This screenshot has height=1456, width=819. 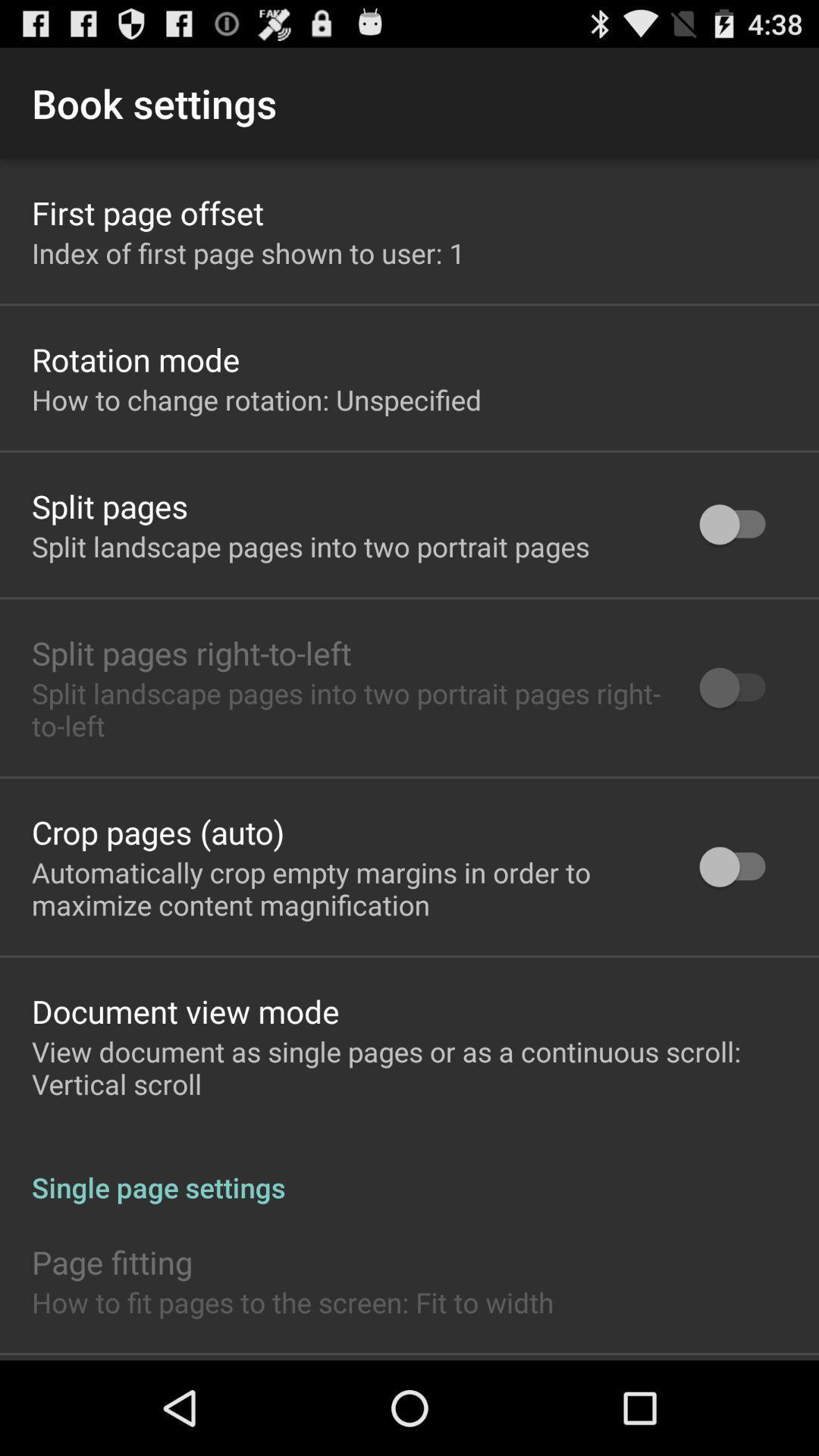 I want to click on icon below the split landscape pages app, so click(x=158, y=831).